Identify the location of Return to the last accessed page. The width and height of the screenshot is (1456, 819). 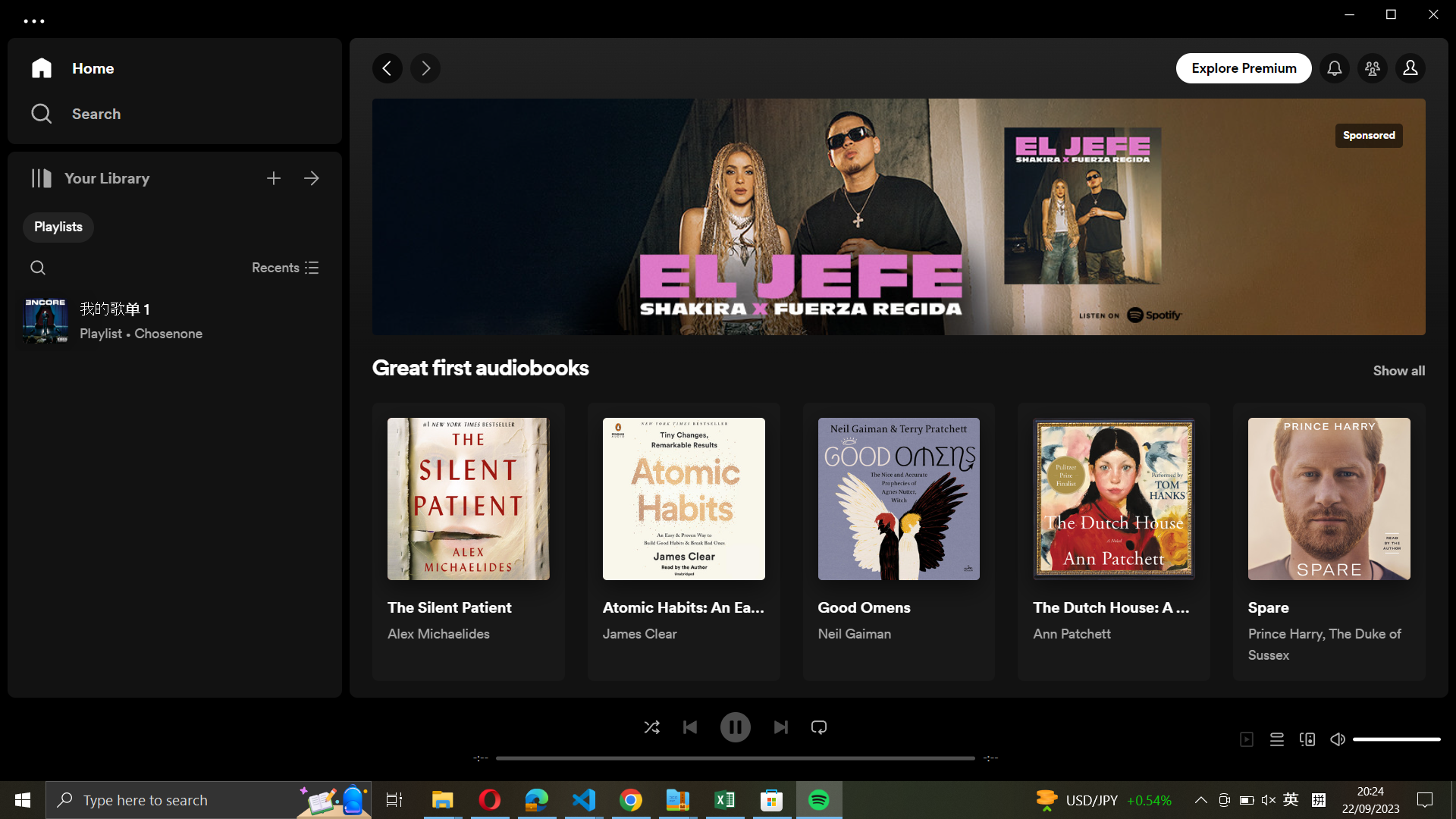
(388, 69).